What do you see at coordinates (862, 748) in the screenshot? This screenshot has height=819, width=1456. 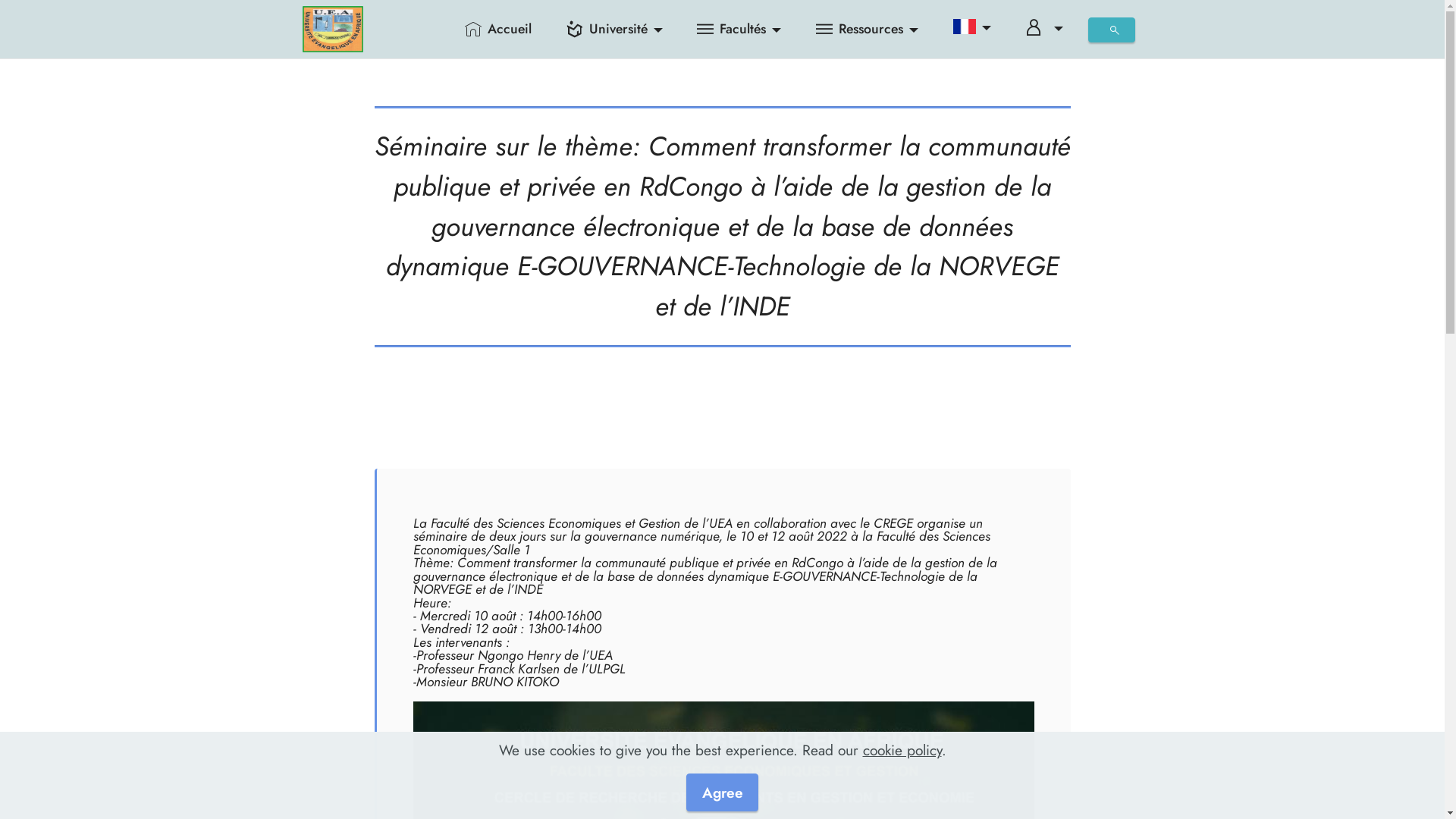 I see `'cookie policy'` at bounding box center [862, 748].